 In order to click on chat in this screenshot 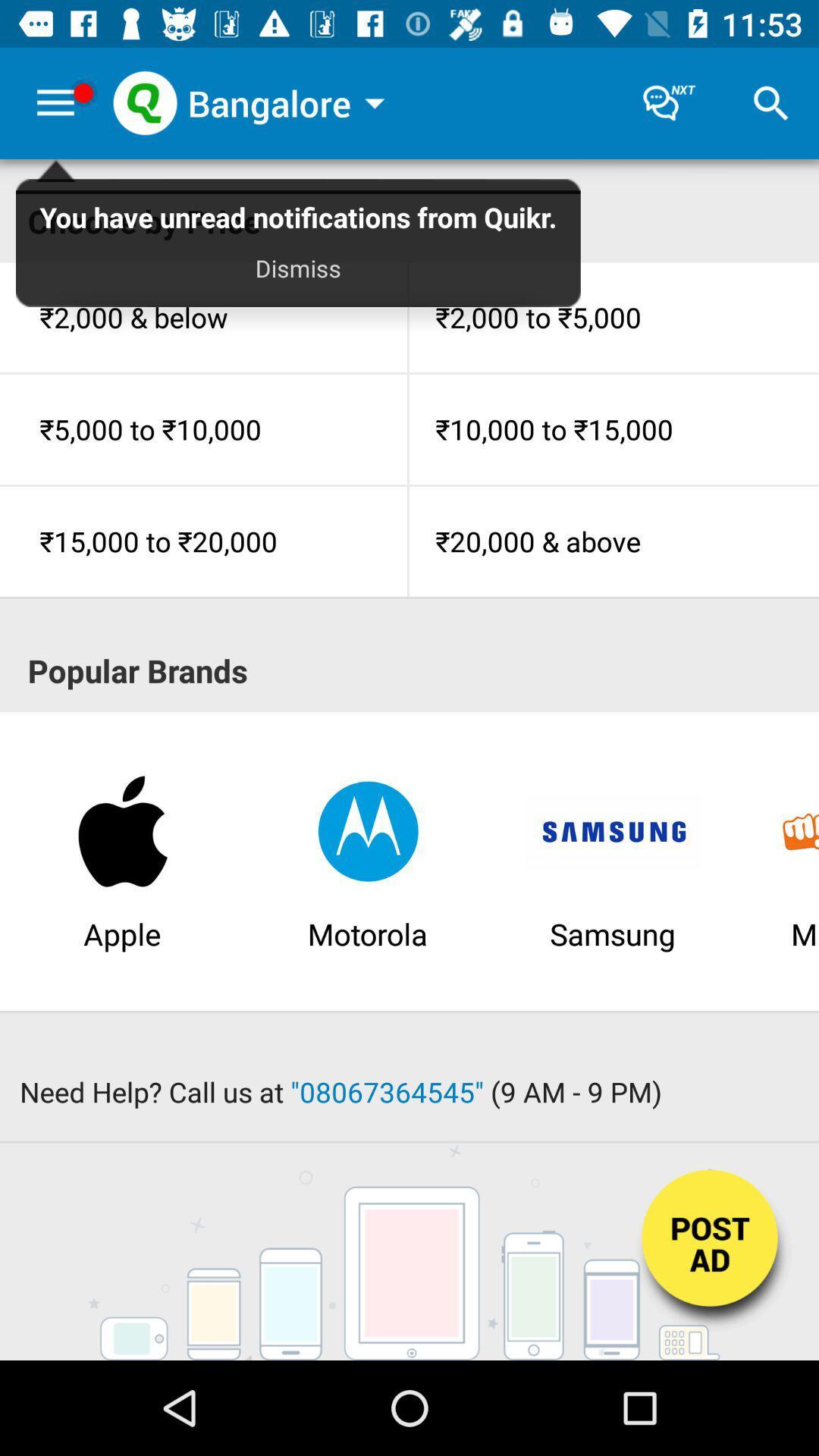, I will do `click(669, 102)`.